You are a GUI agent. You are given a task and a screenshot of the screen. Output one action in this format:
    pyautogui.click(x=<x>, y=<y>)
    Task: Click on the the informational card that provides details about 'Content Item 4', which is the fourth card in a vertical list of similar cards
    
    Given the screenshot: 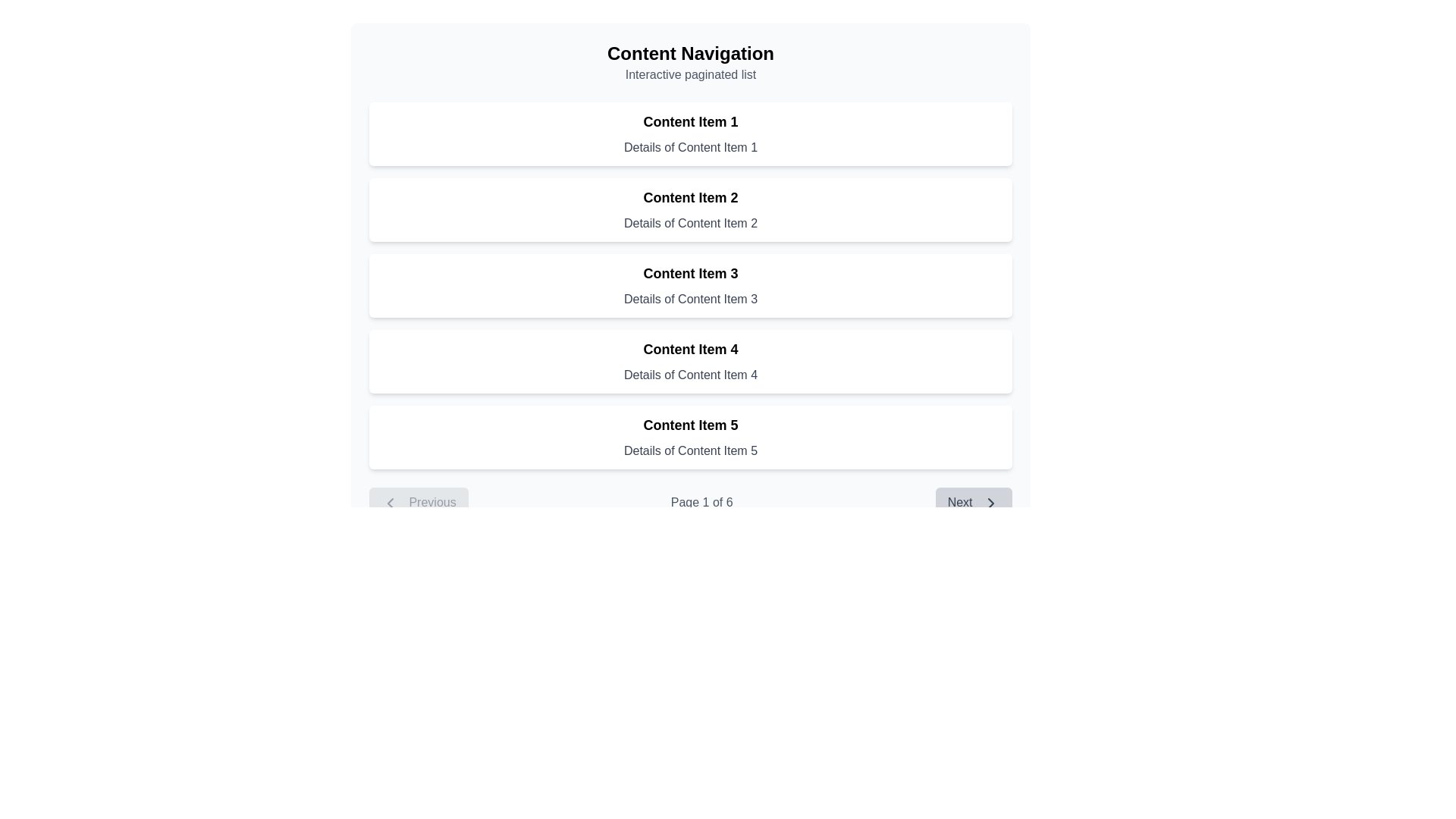 What is the action you would take?
    pyautogui.click(x=690, y=362)
    